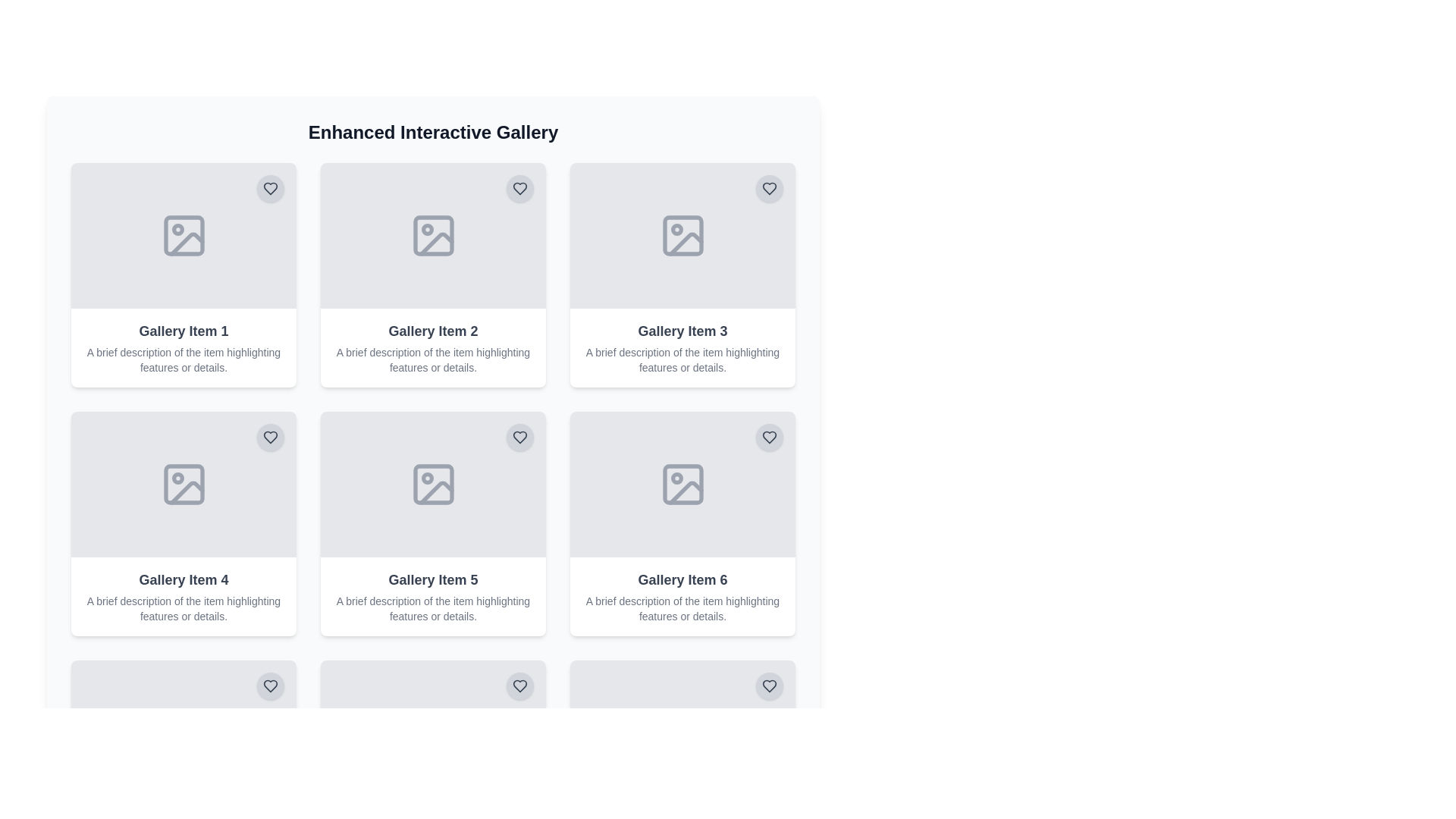 The height and width of the screenshot is (819, 1456). I want to click on the heart-shaped icon button located at the top right corner of 'Gallery Item 4' in the 'Enhanced Interactive Gallery', so click(270, 686).